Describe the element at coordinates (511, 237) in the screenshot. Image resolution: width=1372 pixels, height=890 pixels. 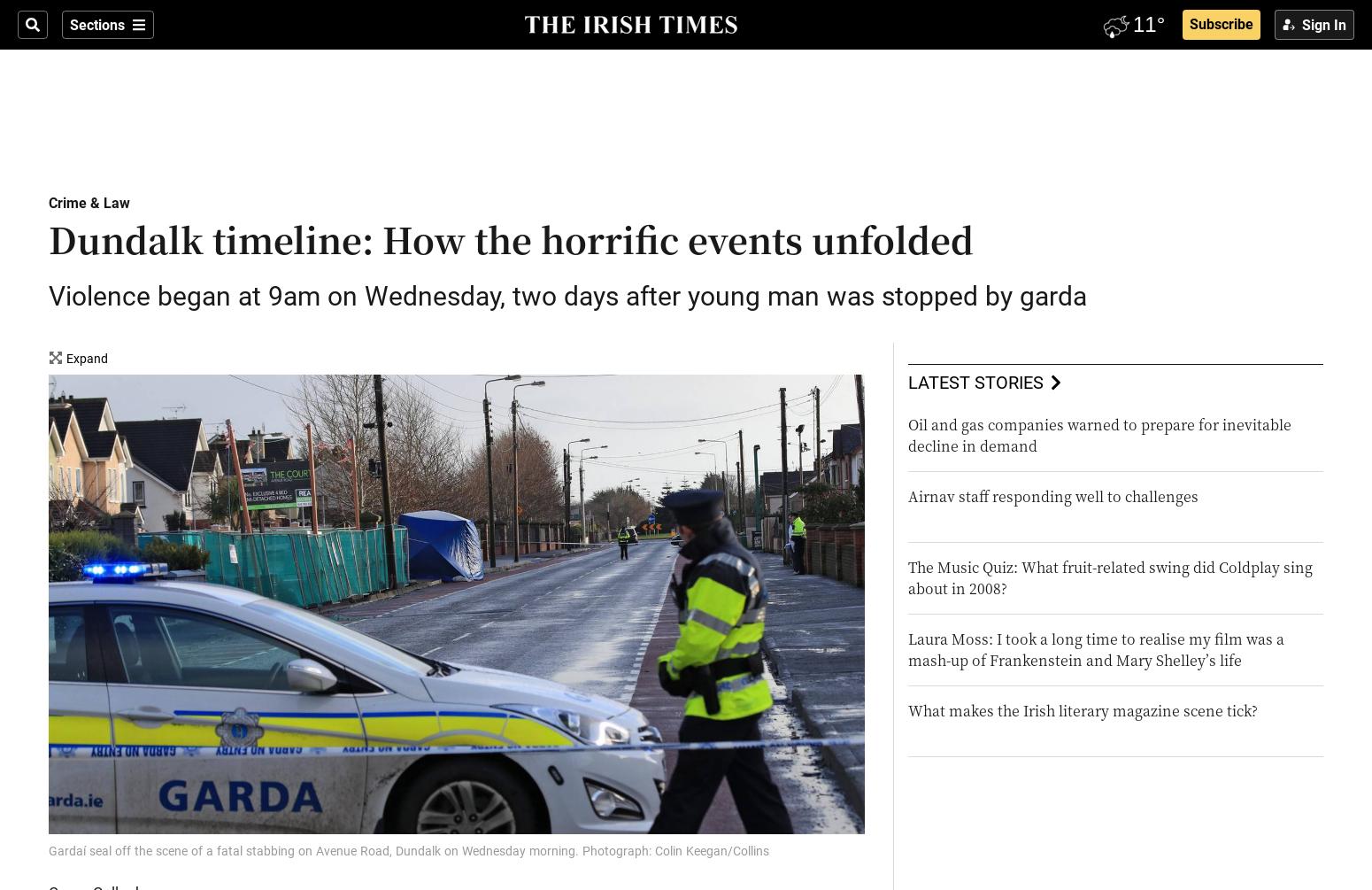
I see `'Dundalk timeline: How the horrific events unfolded'` at that location.